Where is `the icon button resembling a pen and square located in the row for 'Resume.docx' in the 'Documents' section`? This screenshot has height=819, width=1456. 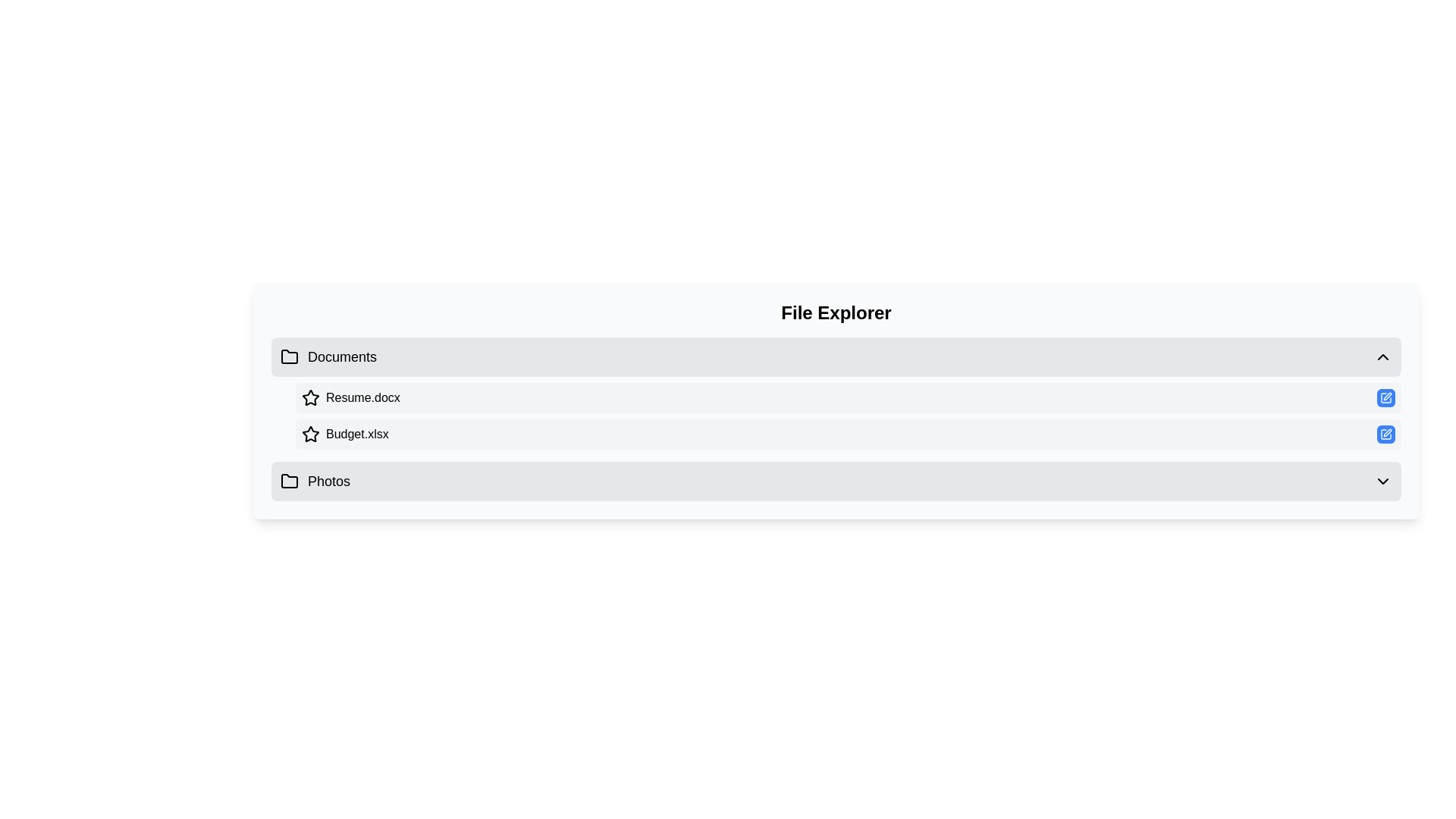 the icon button resembling a pen and square located in the row for 'Resume.docx' in the 'Documents' section is located at coordinates (1387, 396).